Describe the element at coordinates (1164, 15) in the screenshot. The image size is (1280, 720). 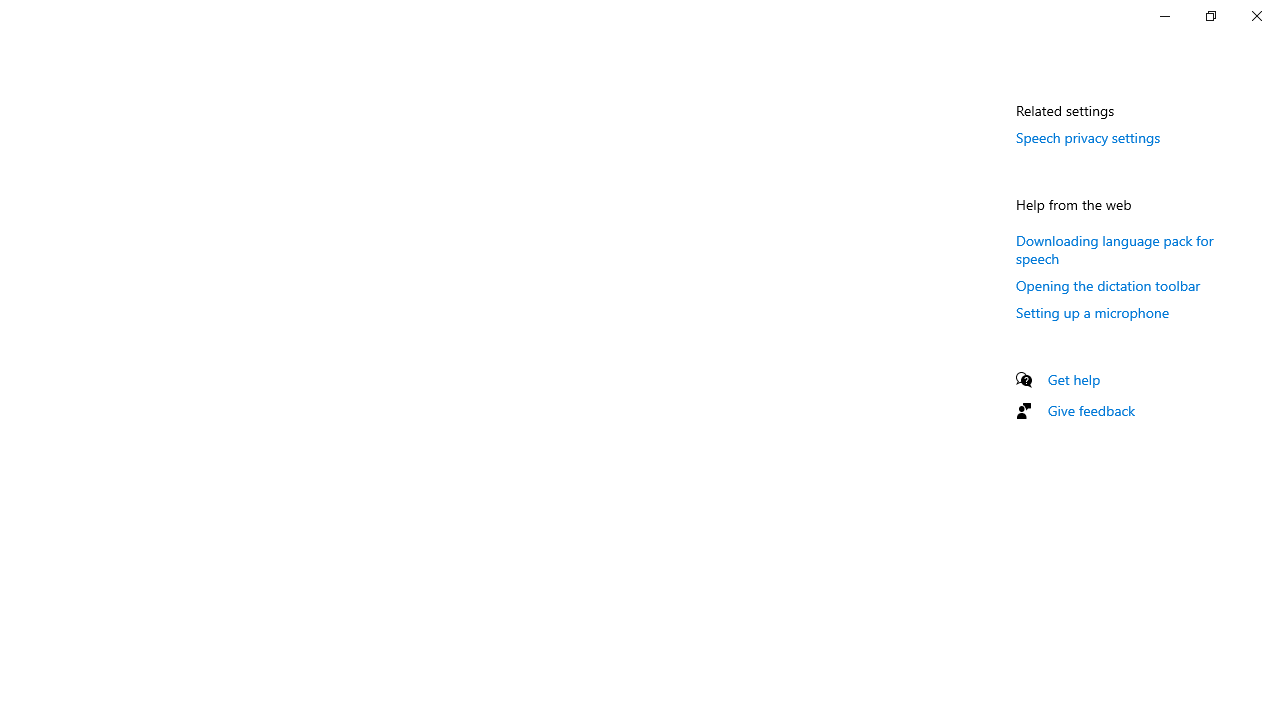
I see `'Minimize Settings'` at that location.